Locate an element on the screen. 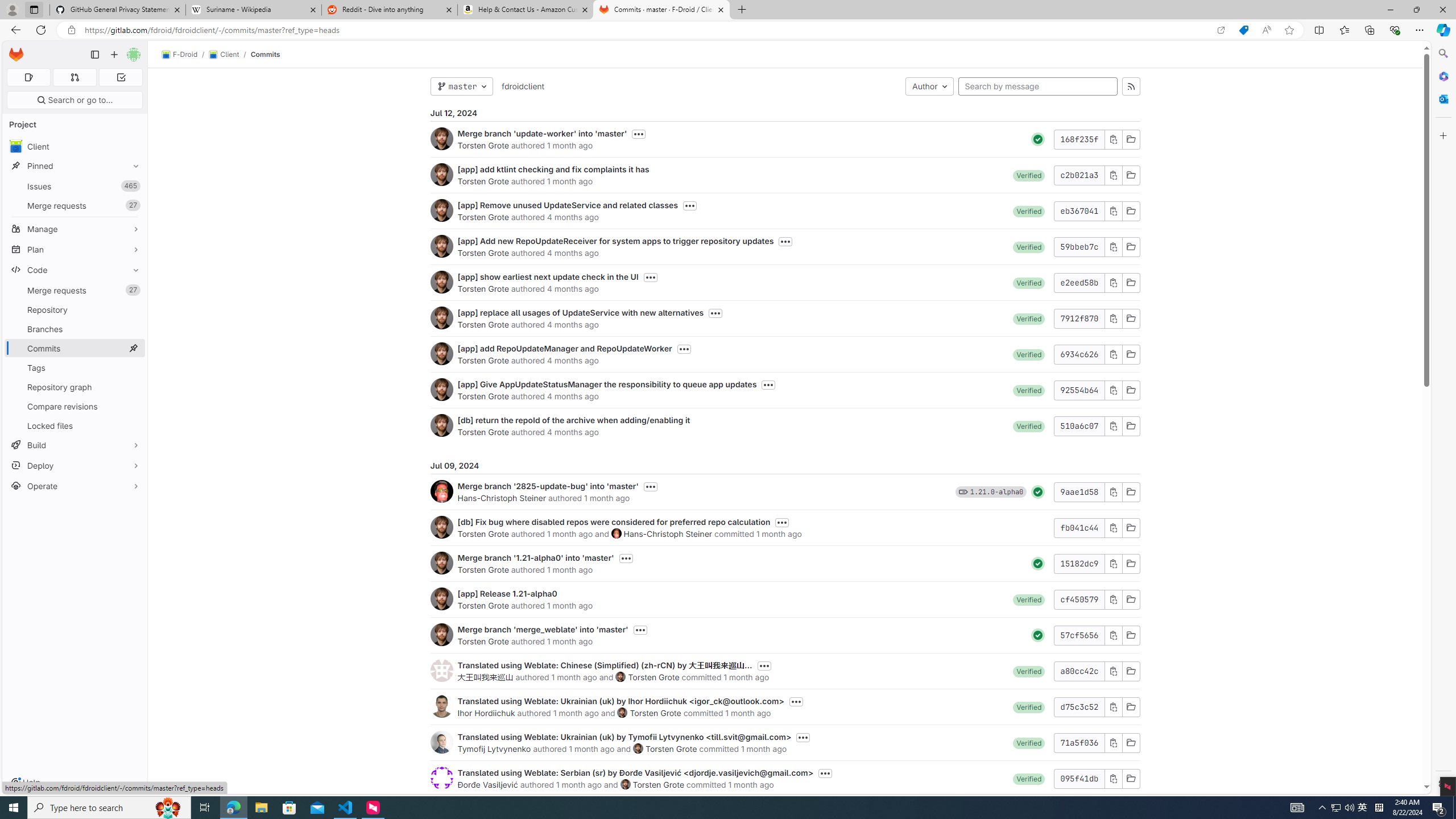 The height and width of the screenshot is (819, 1456). 'Merge branch ' is located at coordinates (547, 486).